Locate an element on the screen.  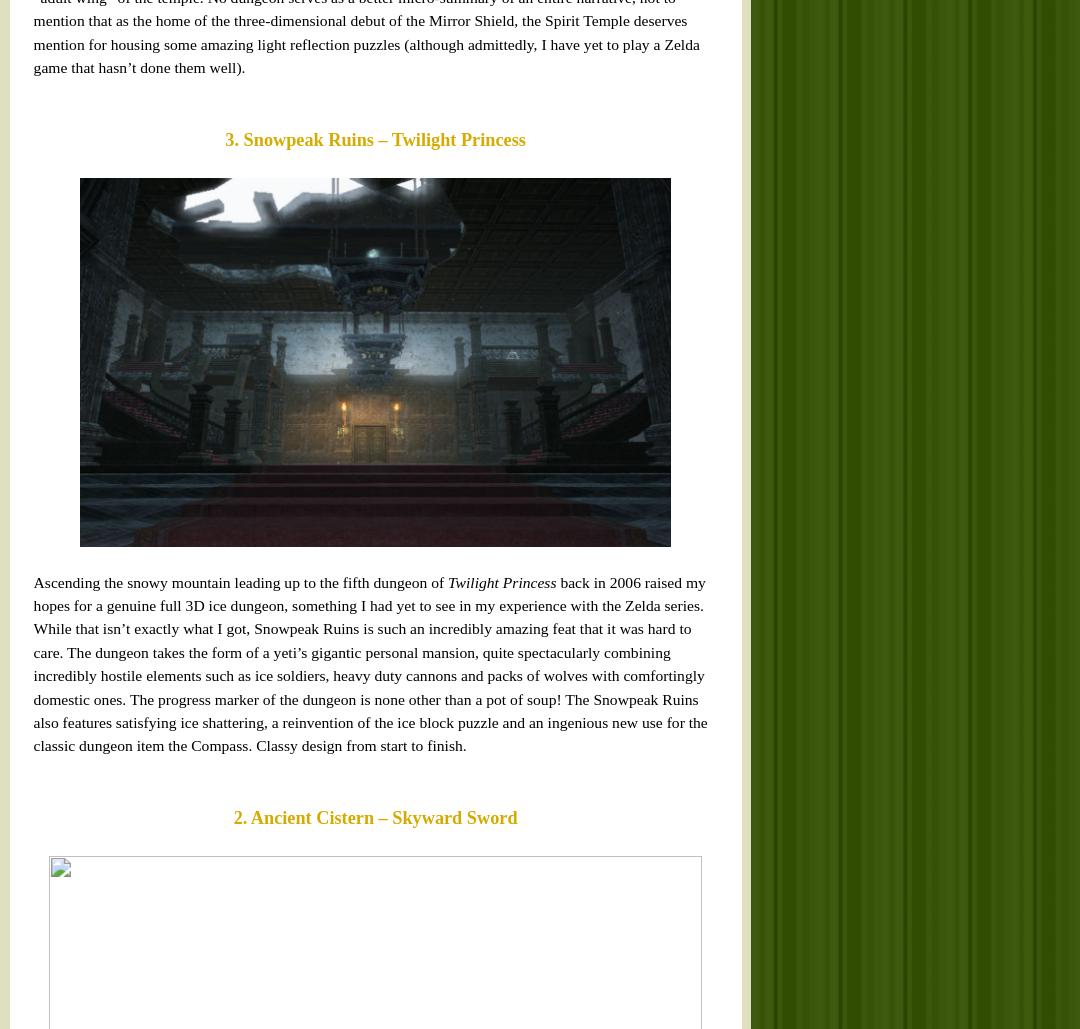
'A Link to the Past' is located at coordinates (303, 532).